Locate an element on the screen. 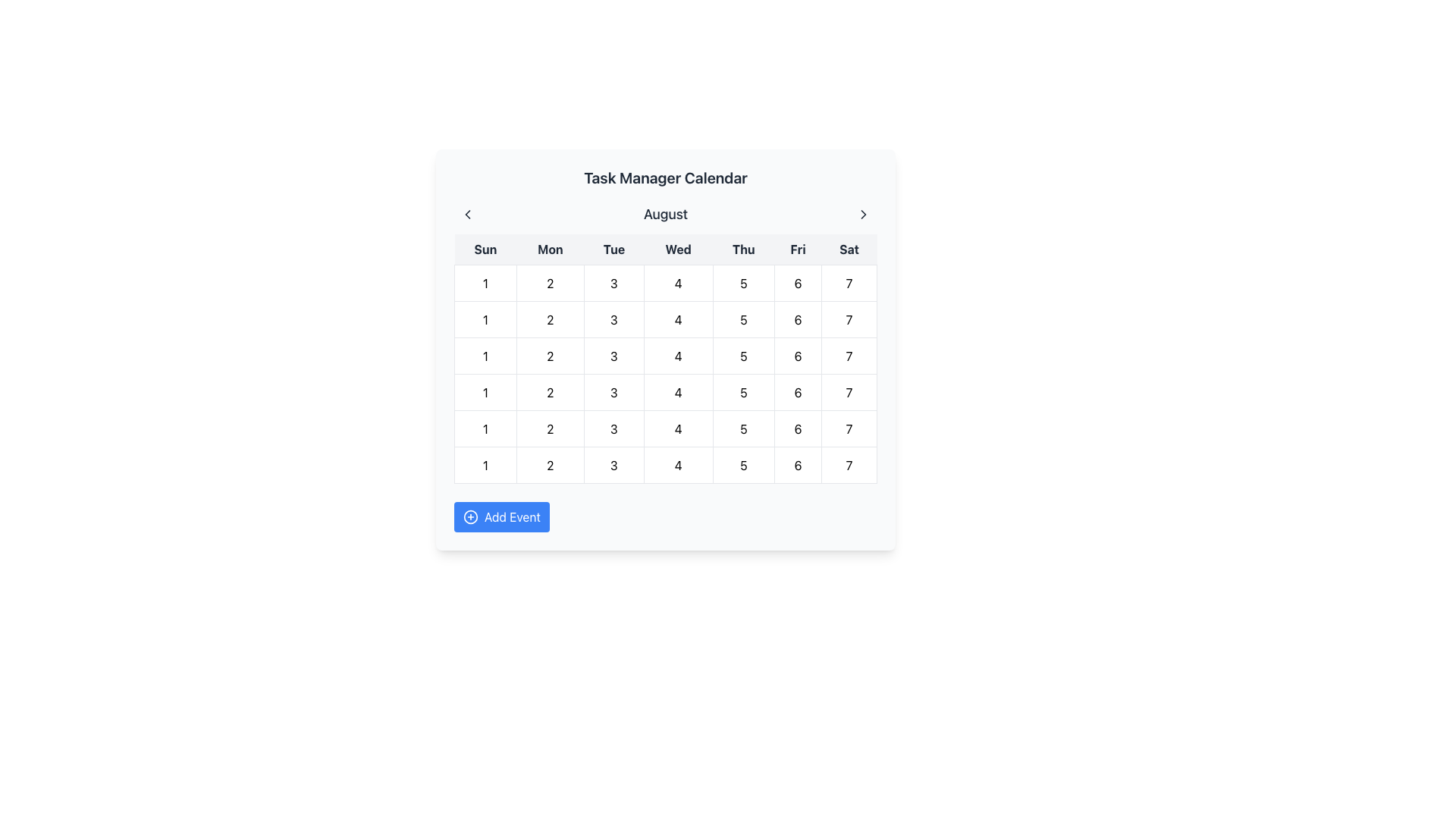 This screenshot has height=819, width=1456. the non-interactive date label representing the second of the month in the calendar interface, located in the second column of the row labeled with '1's is located at coordinates (549, 464).